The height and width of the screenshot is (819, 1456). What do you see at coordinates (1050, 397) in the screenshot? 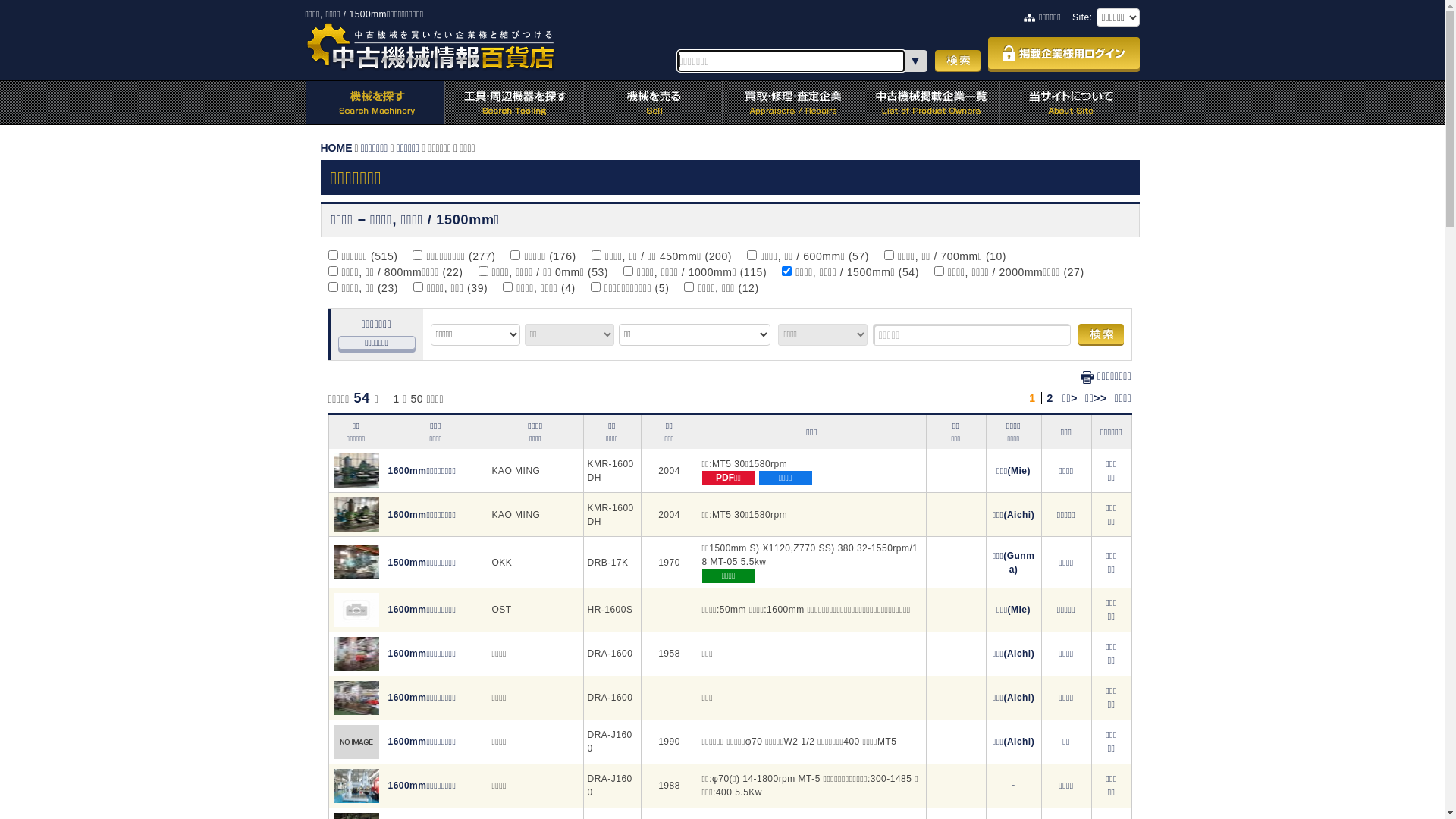
I see `'2'` at bounding box center [1050, 397].